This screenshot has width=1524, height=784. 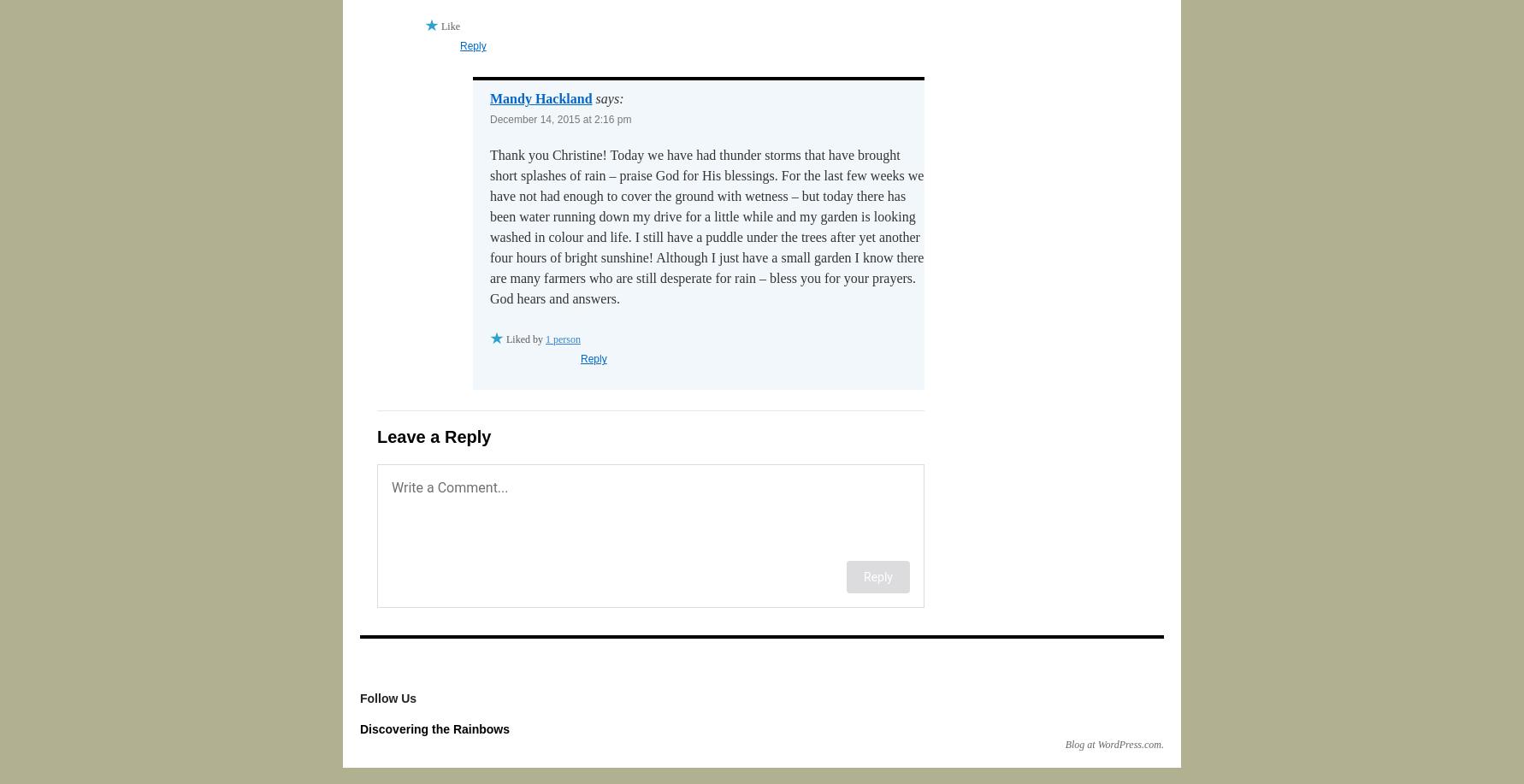 What do you see at coordinates (377, 436) in the screenshot?
I see `'Leave a Reply'` at bounding box center [377, 436].